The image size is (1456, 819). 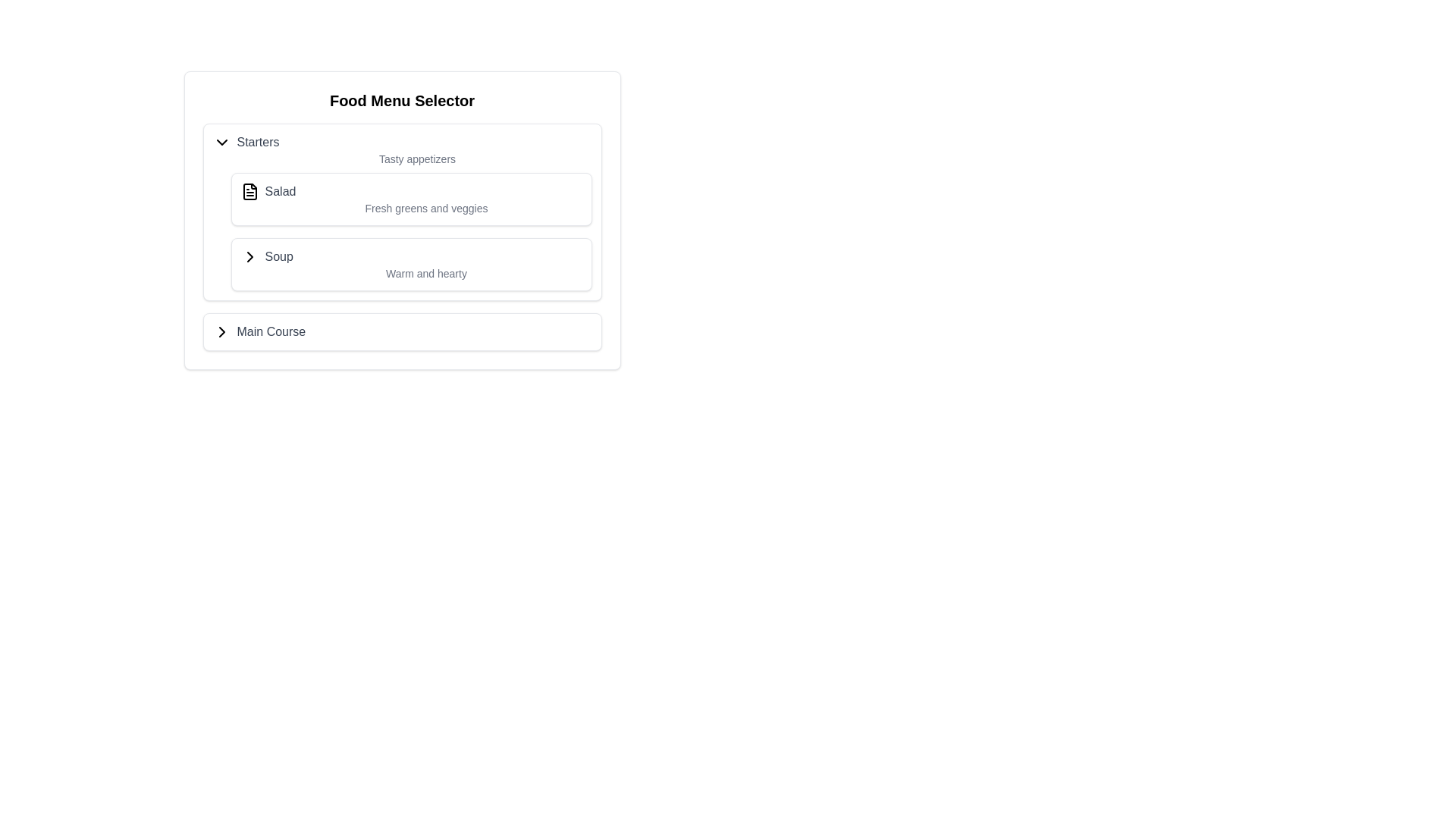 What do you see at coordinates (402, 331) in the screenshot?
I see `on the 'Main Course' list item in the 'Food Menu Selector' interface` at bounding box center [402, 331].